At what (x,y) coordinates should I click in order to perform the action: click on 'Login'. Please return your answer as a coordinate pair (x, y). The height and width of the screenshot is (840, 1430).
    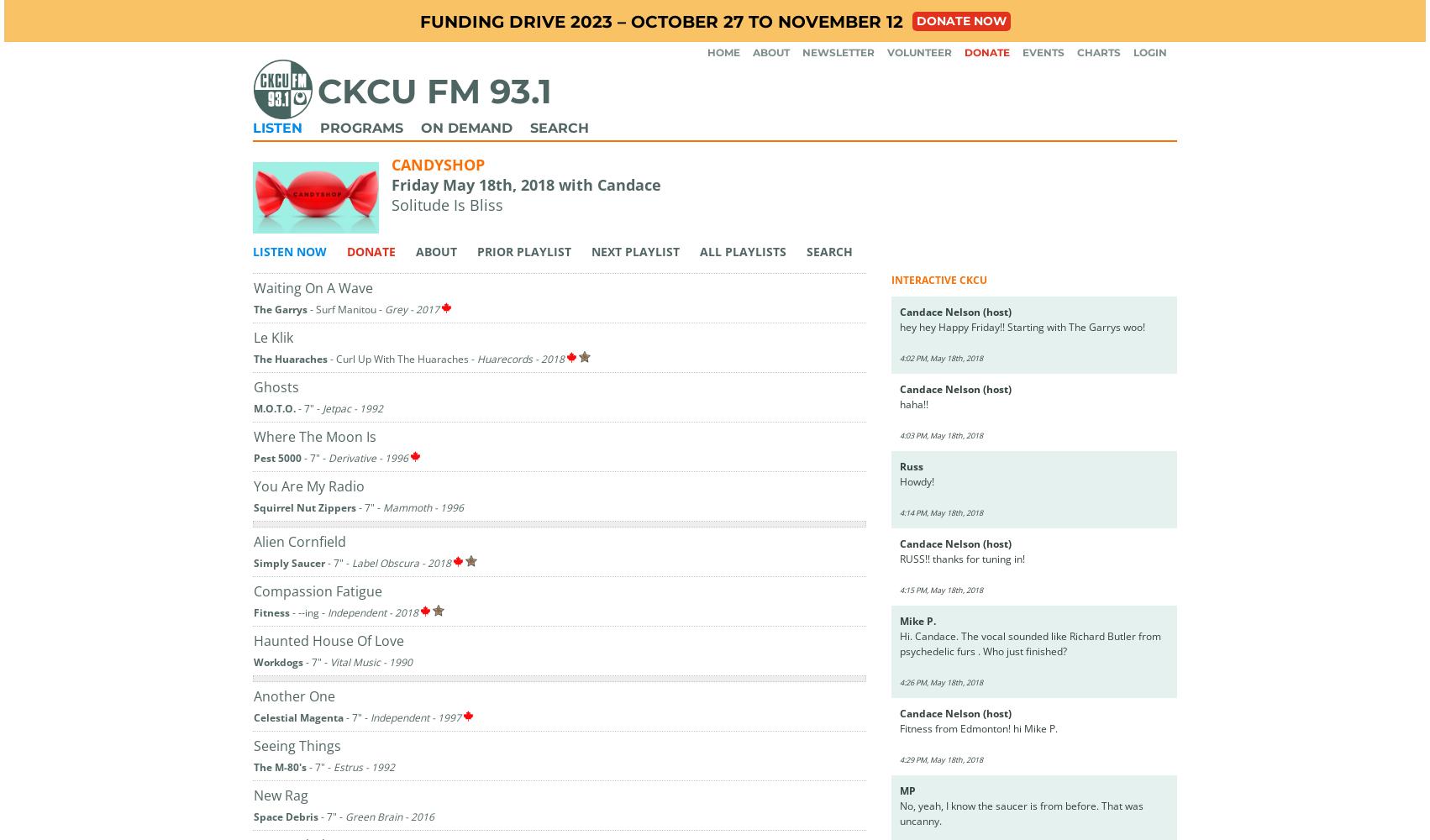
    Looking at the image, I should click on (1149, 52).